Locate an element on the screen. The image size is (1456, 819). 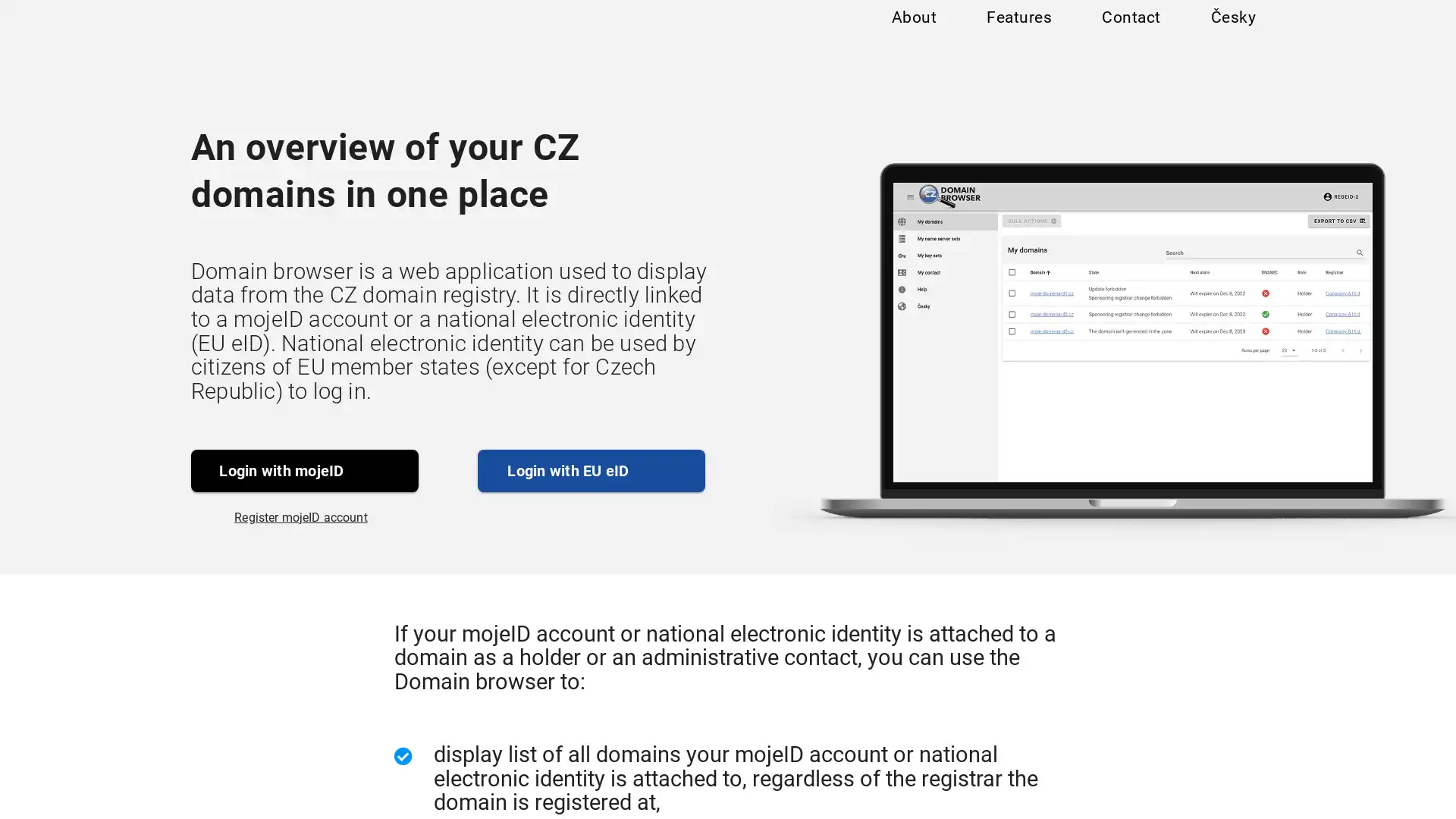
About is located at coordinates (912, 32).